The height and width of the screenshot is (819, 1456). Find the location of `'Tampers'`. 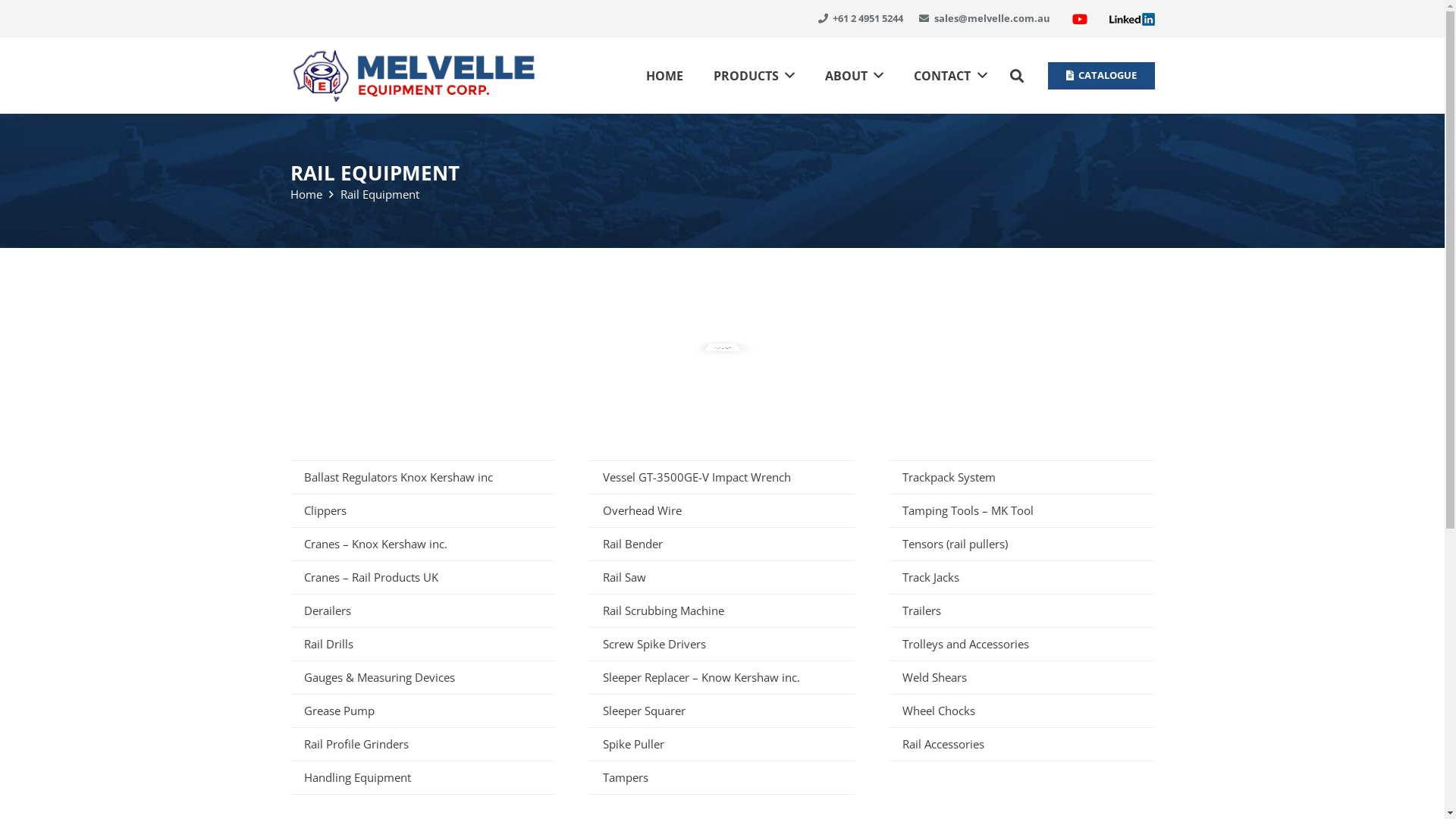

'Tampers' is located at coordinates (720, 777).